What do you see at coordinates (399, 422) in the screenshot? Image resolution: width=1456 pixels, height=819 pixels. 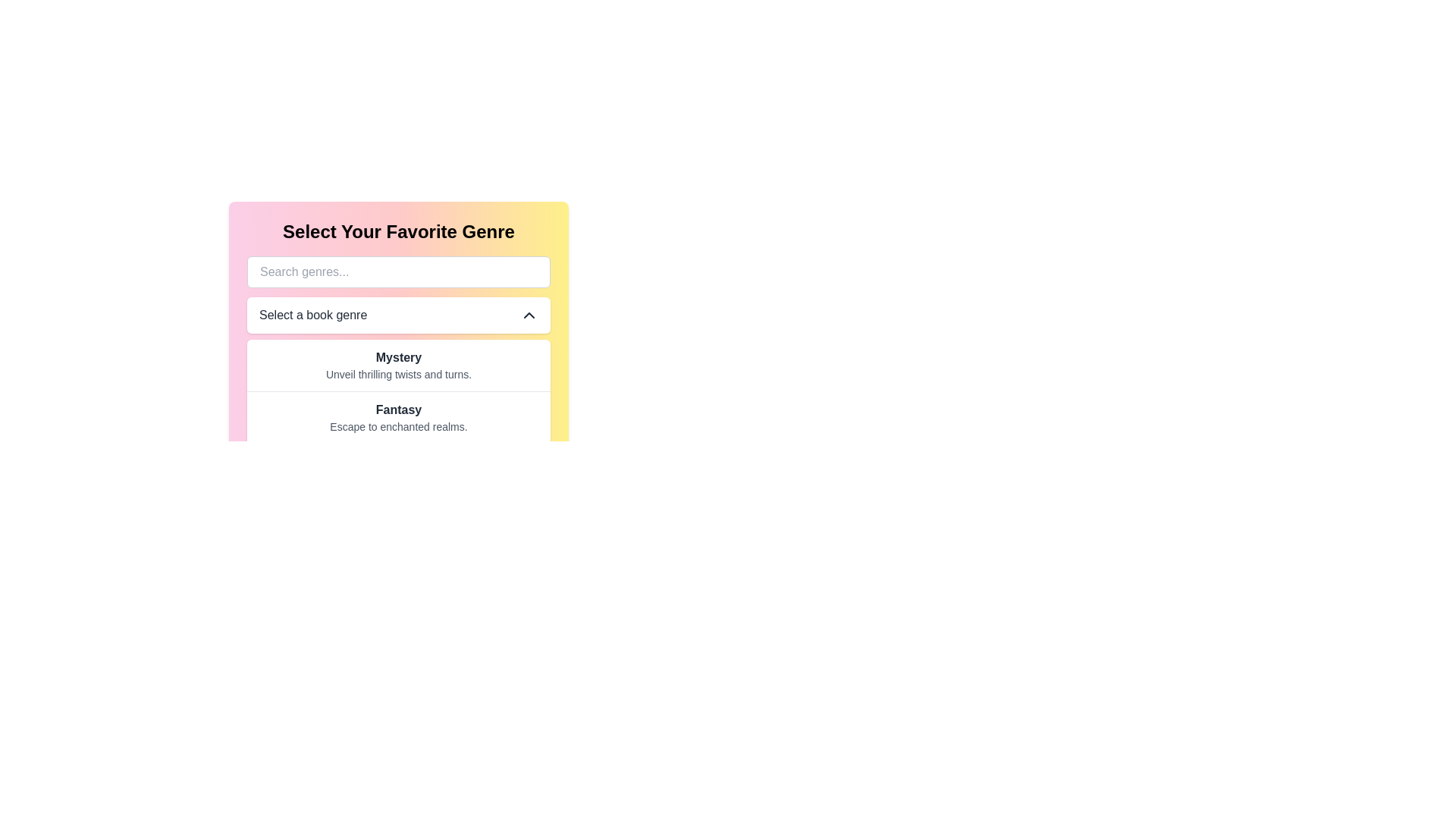 I see `the 'Fantasy' option in the dropdown list` at bounding box center [399, 422].